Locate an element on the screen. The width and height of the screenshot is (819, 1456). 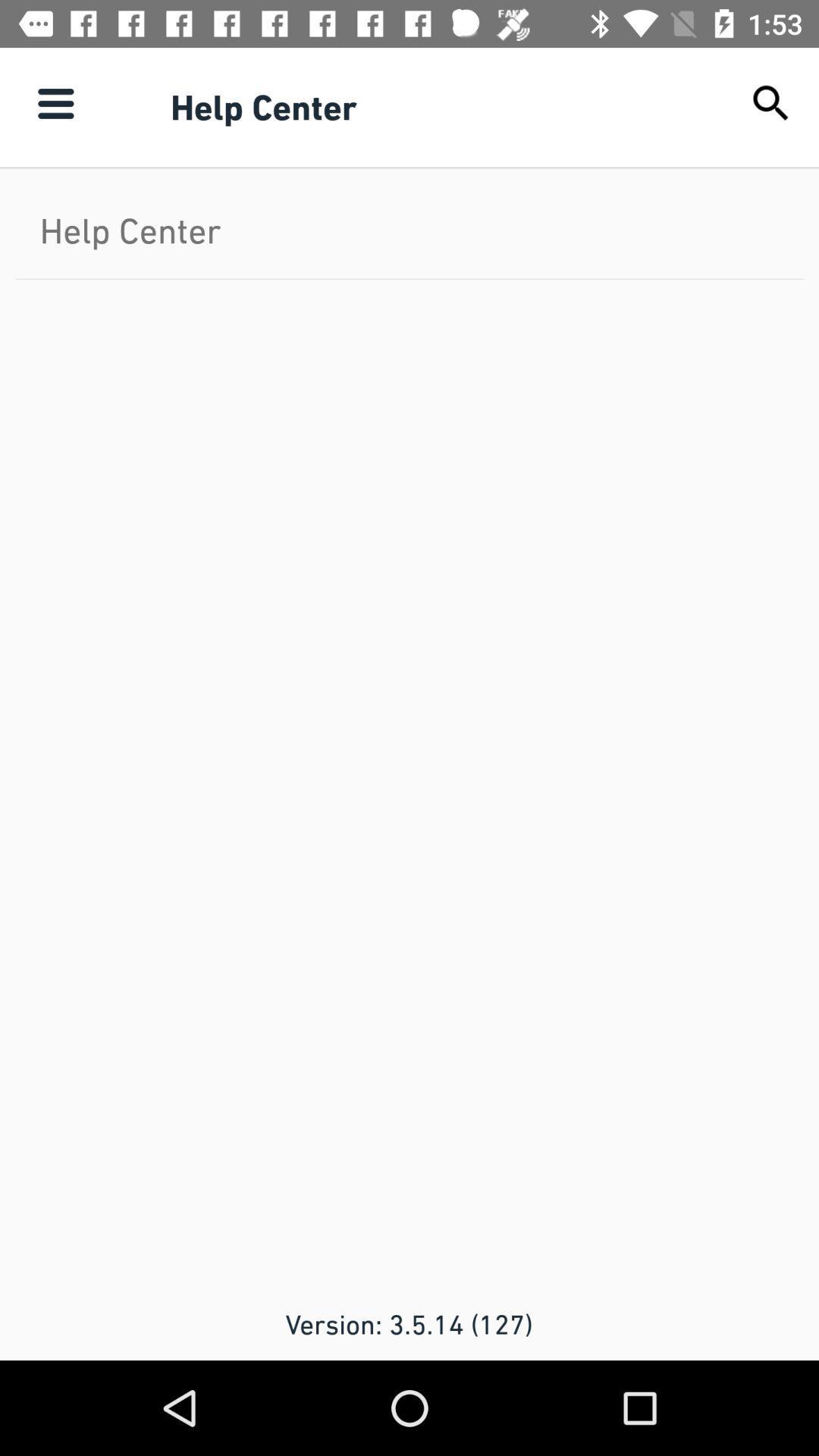
item at the top right corner is located at coordinates (771, 102).